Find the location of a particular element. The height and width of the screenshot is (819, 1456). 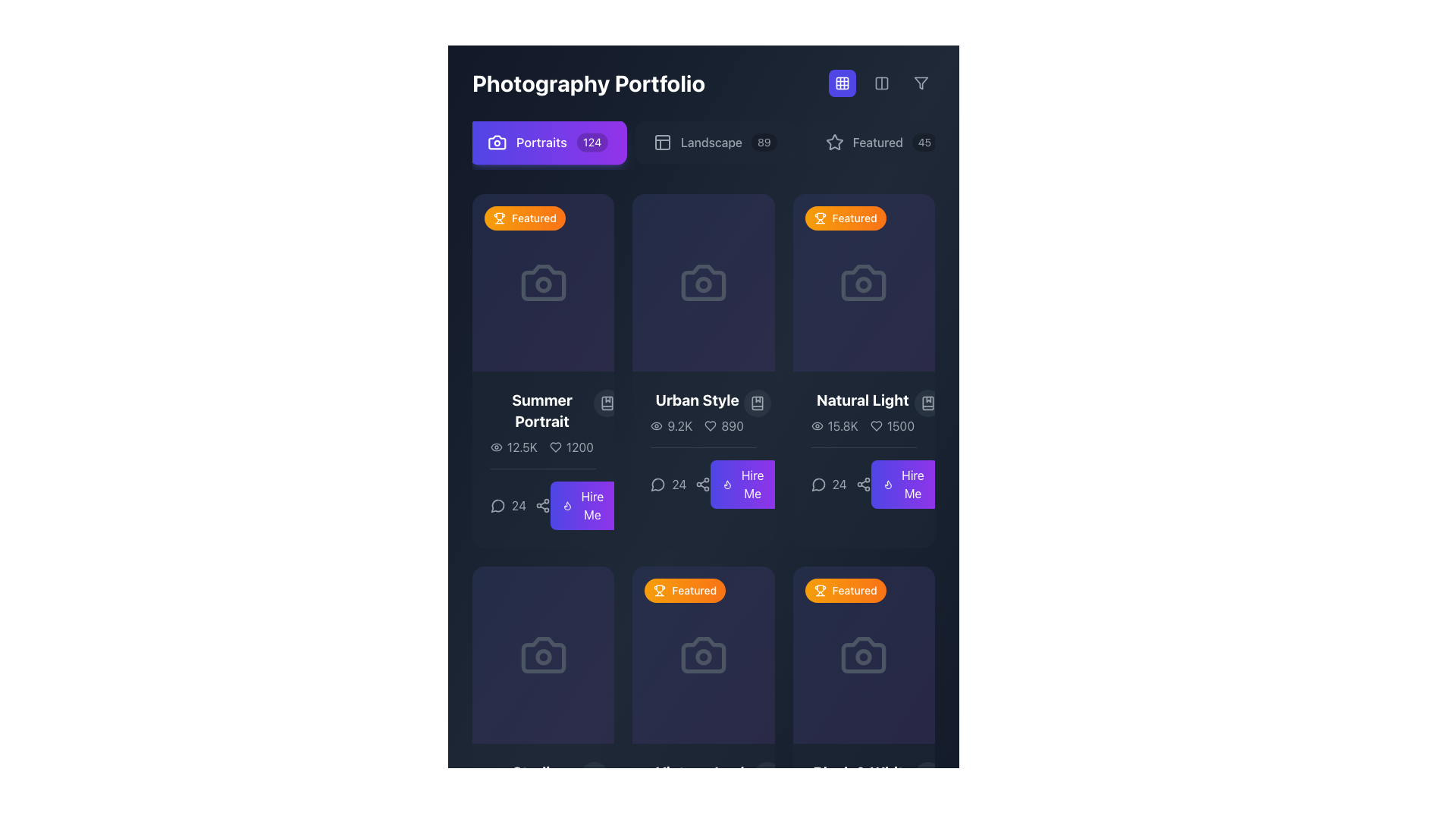

the camera icon located on the left side of the purple button labeled 'Portraits 124', which features a minimalistic design with sharp edges and a lens-like circle at its center is located at coordinates (497, 143).